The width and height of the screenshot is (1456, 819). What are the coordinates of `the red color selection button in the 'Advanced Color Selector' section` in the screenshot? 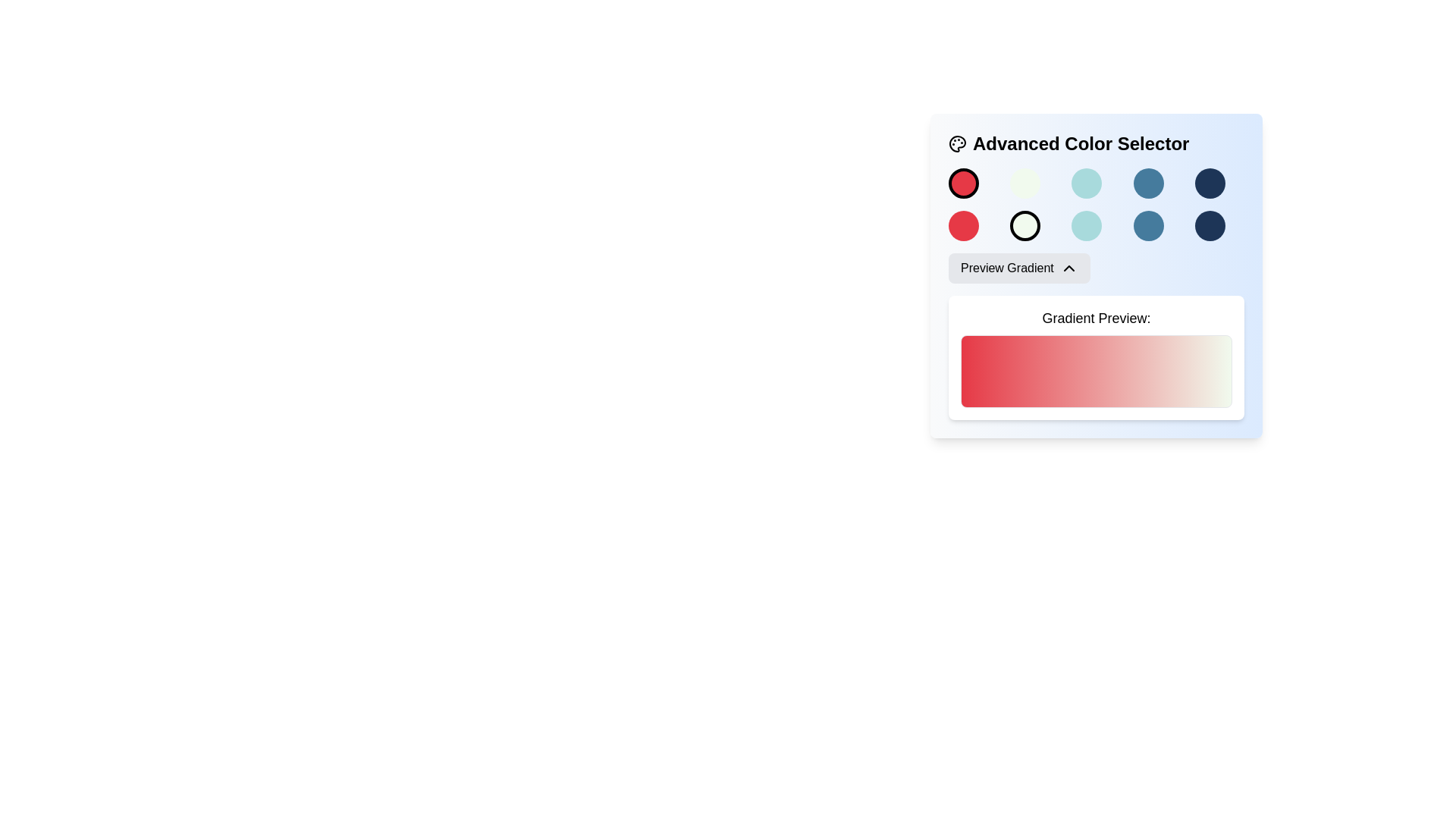 It's located at (963, 183).